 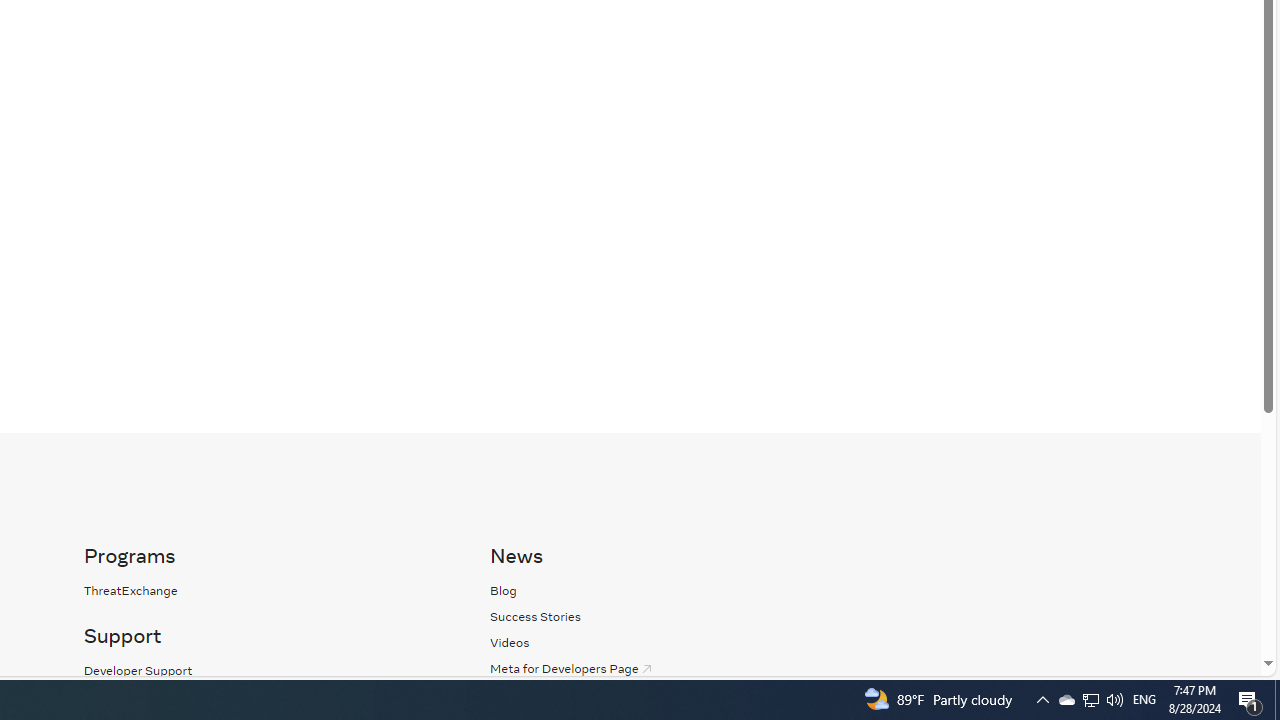 What do you see at coordinates (129, 589) in the screenshot?
I see `'ThreatExchange'` at bounding box center [129, 589].